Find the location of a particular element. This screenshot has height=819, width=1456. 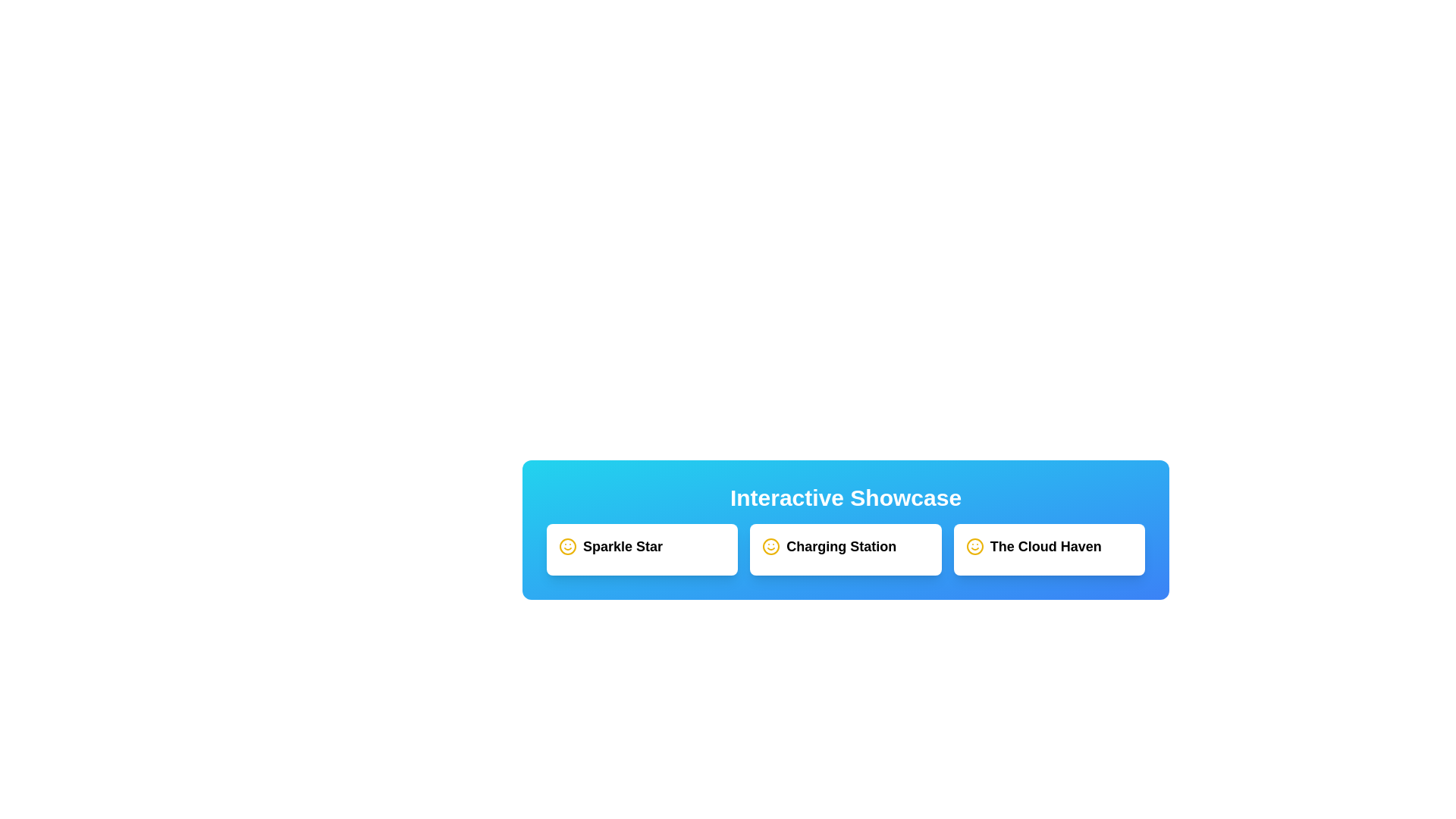

the text label displaying 'Sparkle Star' that is styled with a bold font and positioned within a white card, located next to a yellow emoji icon is located at coordinates (623, 547).